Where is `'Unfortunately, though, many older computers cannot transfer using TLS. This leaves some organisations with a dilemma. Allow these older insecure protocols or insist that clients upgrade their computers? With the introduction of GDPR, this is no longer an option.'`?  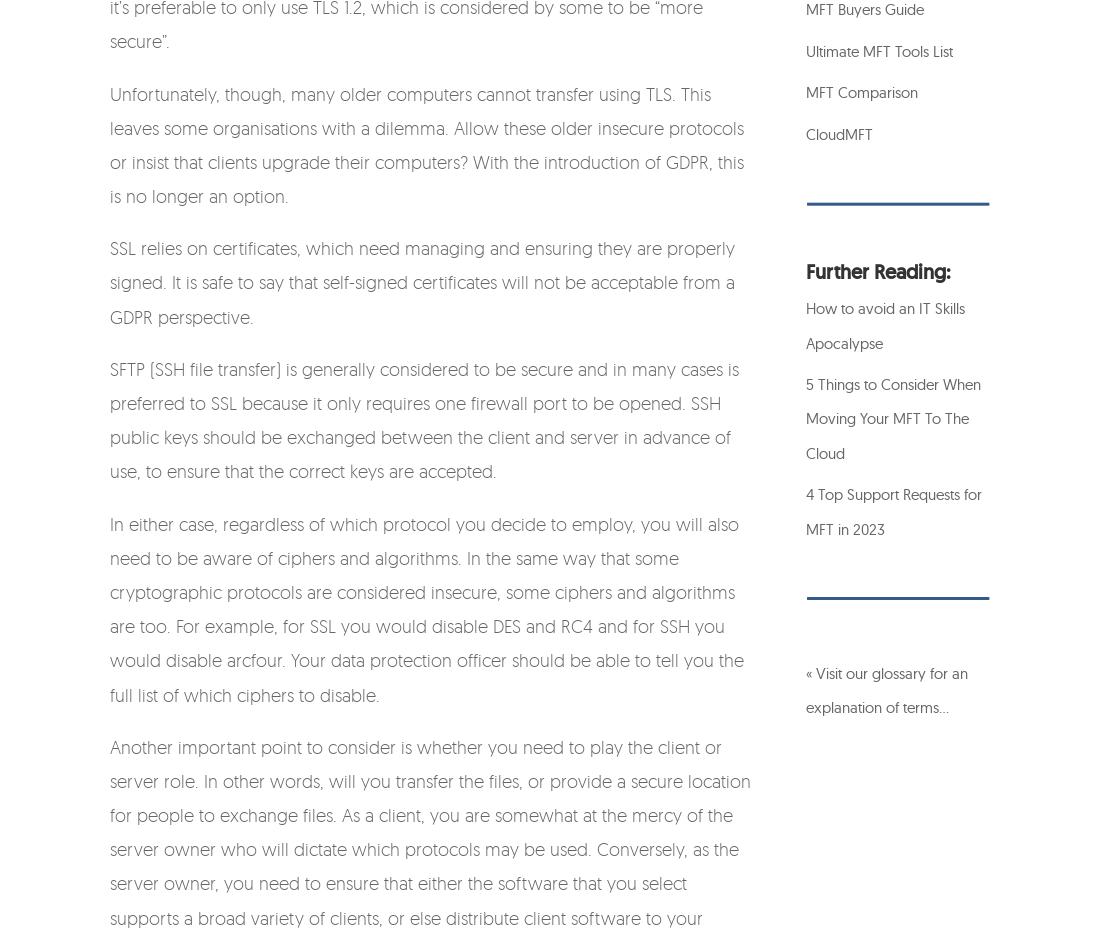 'Unfortunately, though, many older computers cannot transfer using TLS. This leaves some organisations with a dilemma. Allow these older insecure protocols or insist that clients upgrade their computers? With the introduction of GDPR, this is no longer an option.' is located at coordinates (426, 143).